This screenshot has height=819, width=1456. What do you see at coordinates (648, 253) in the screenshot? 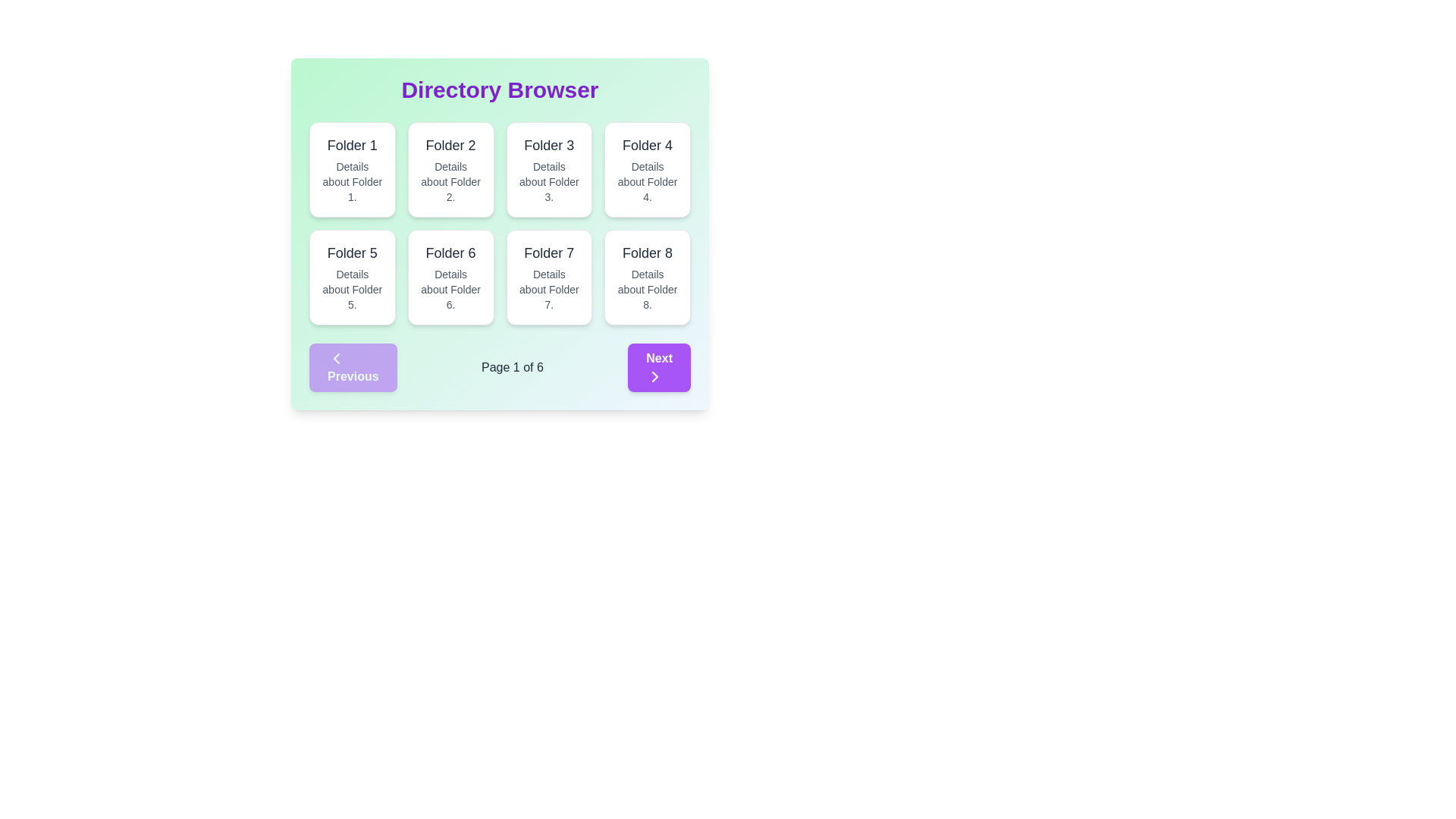
I see `the static text element displaying 'Folder 8', which is styled in bold and medium-sized font, located at the top center of the eighth card in the grid layout` at bounding box center [648, 253].